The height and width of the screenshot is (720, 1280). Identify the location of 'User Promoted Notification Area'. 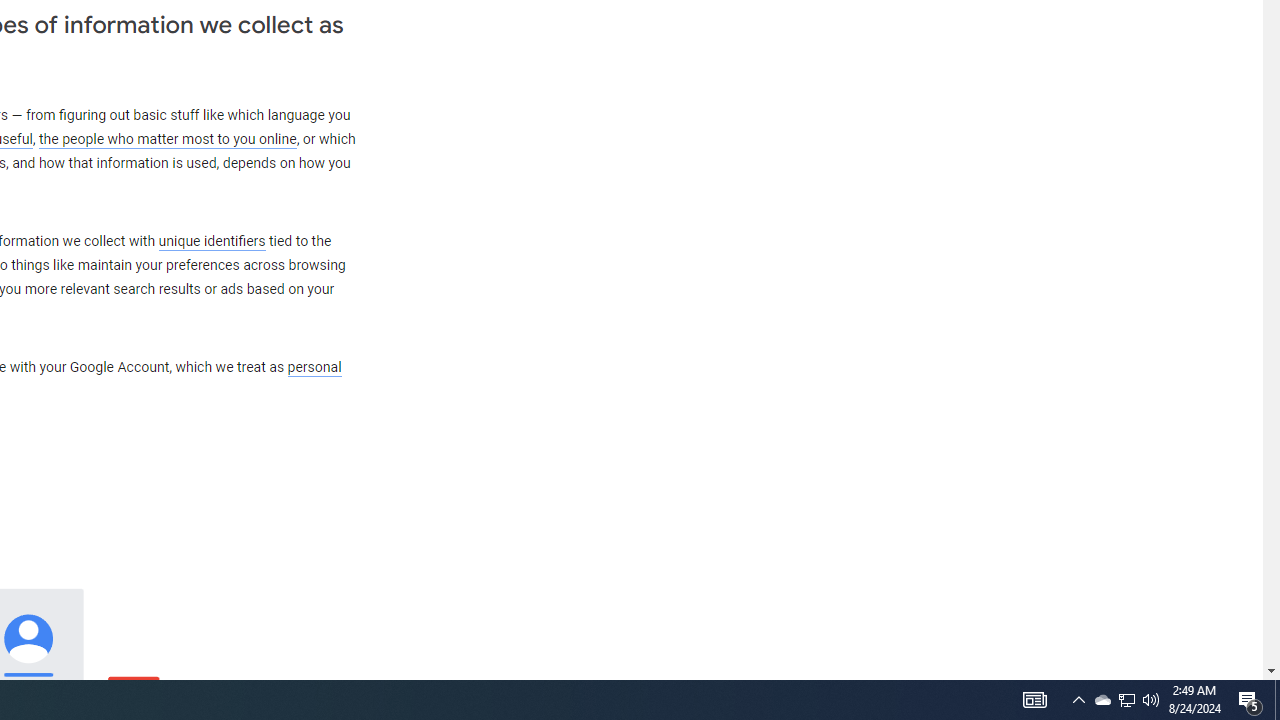
(1127, 698).